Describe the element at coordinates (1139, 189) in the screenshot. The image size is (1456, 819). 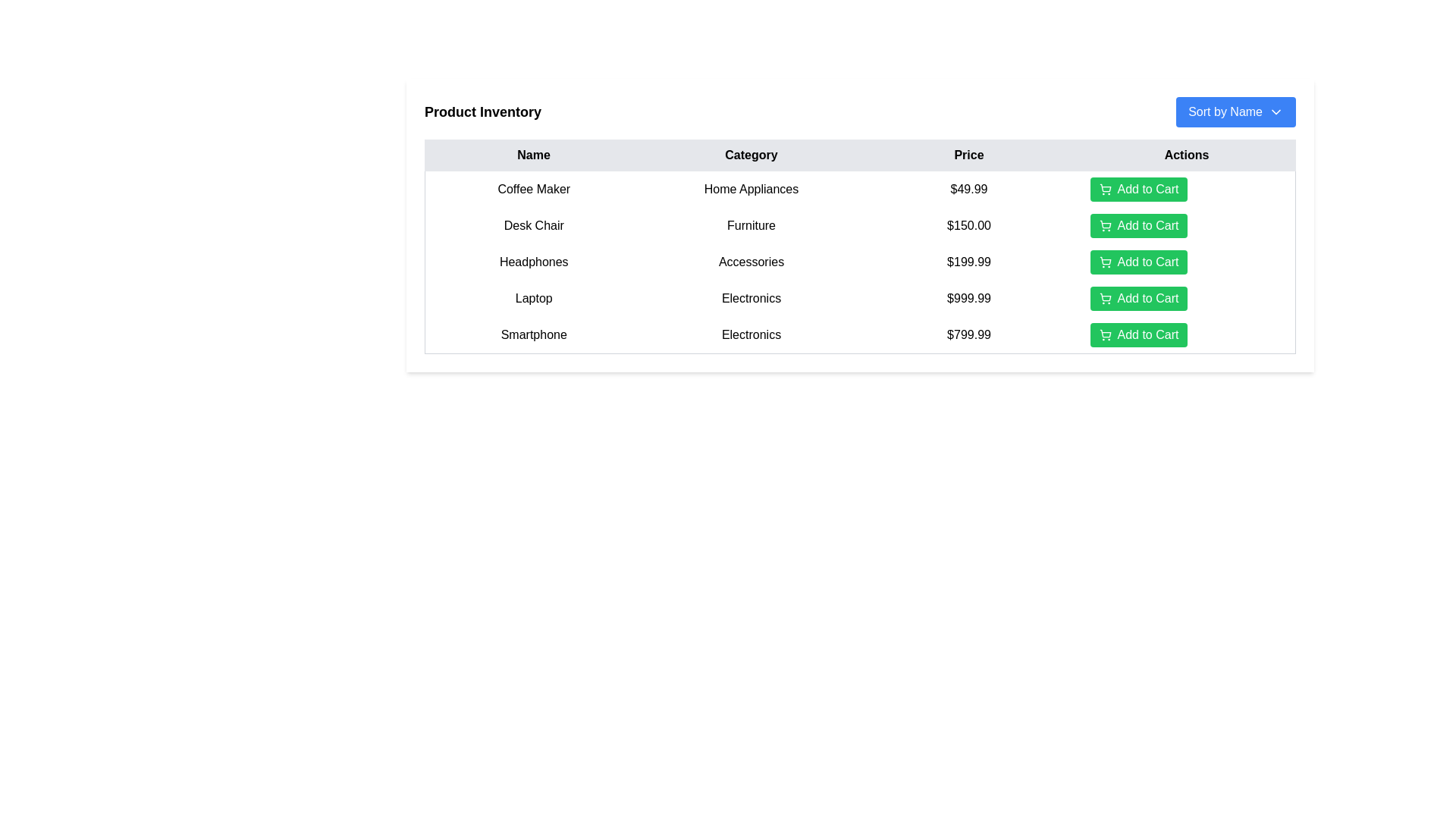
I see `the first button in the Actions column of the product table` at that location.